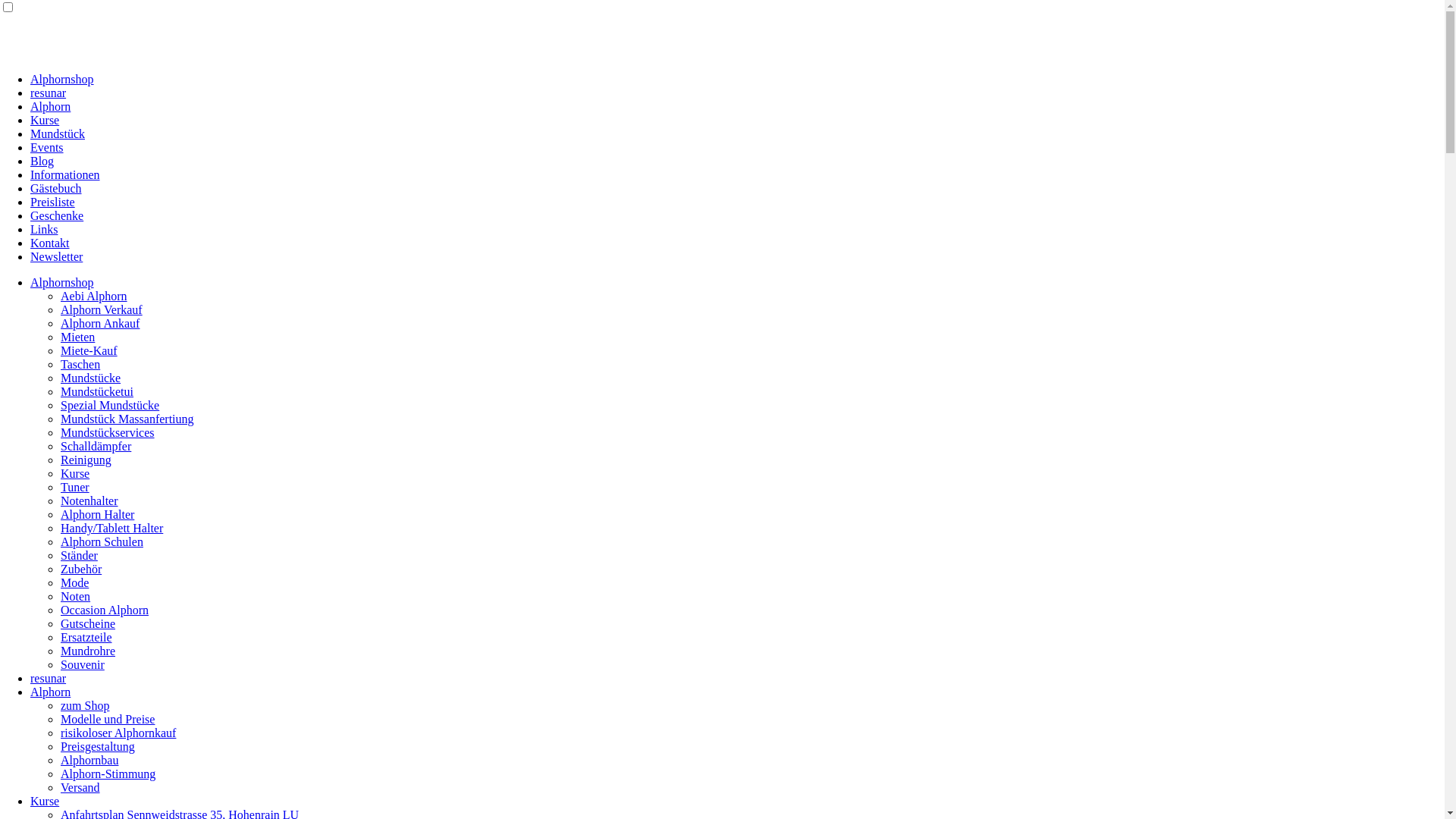  What do you see at coordinates (50, 692) in the screenshot?
I see `'Alphorn'` at bounding box center [50, 692].